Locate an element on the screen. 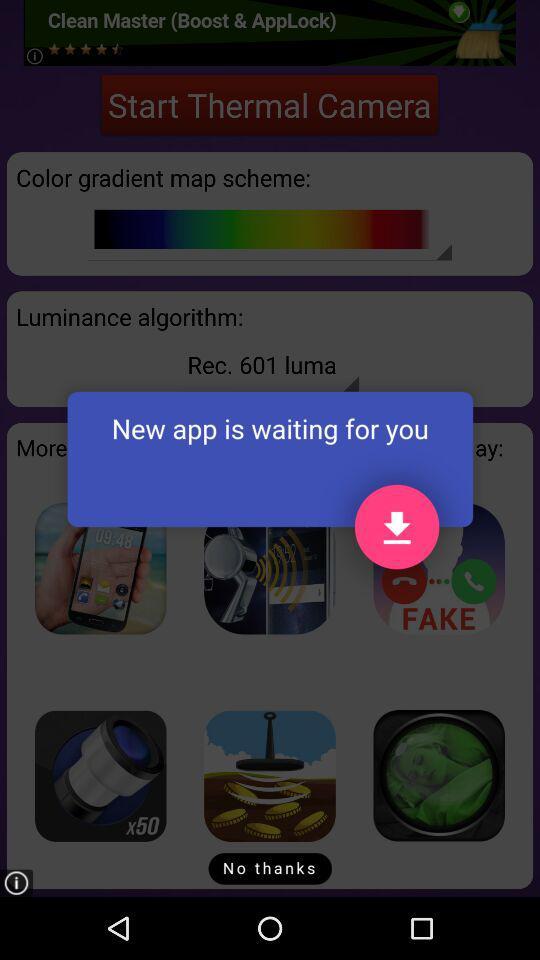 The image size is (540, 960). zoom lens is located at coordinates (99, 775).